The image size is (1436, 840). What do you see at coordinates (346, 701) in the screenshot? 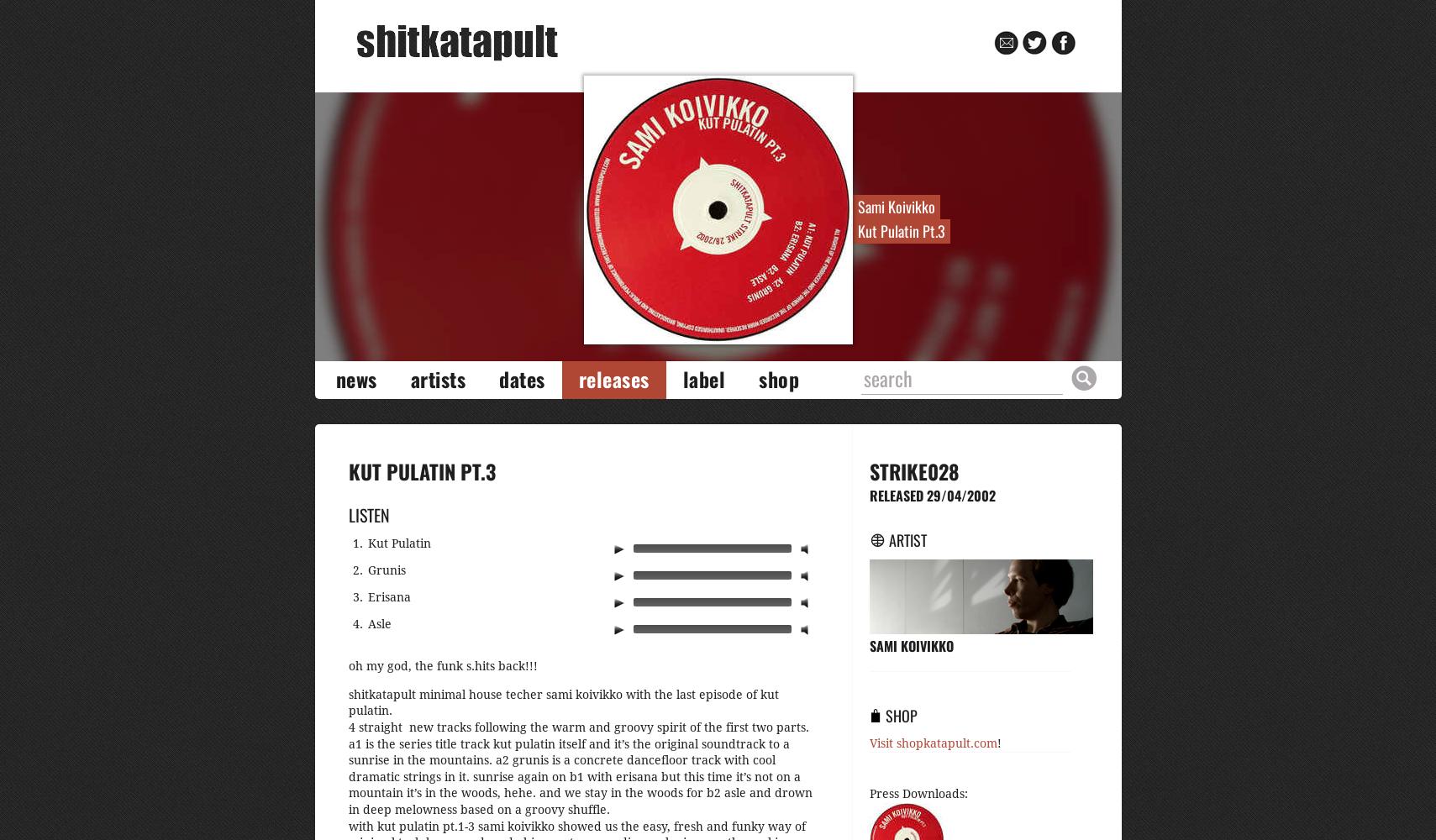
I see `'shitkatapult minimal house techer sami koivikko with the last episode of kut pulatin.'` at bounding box center [346, 701].